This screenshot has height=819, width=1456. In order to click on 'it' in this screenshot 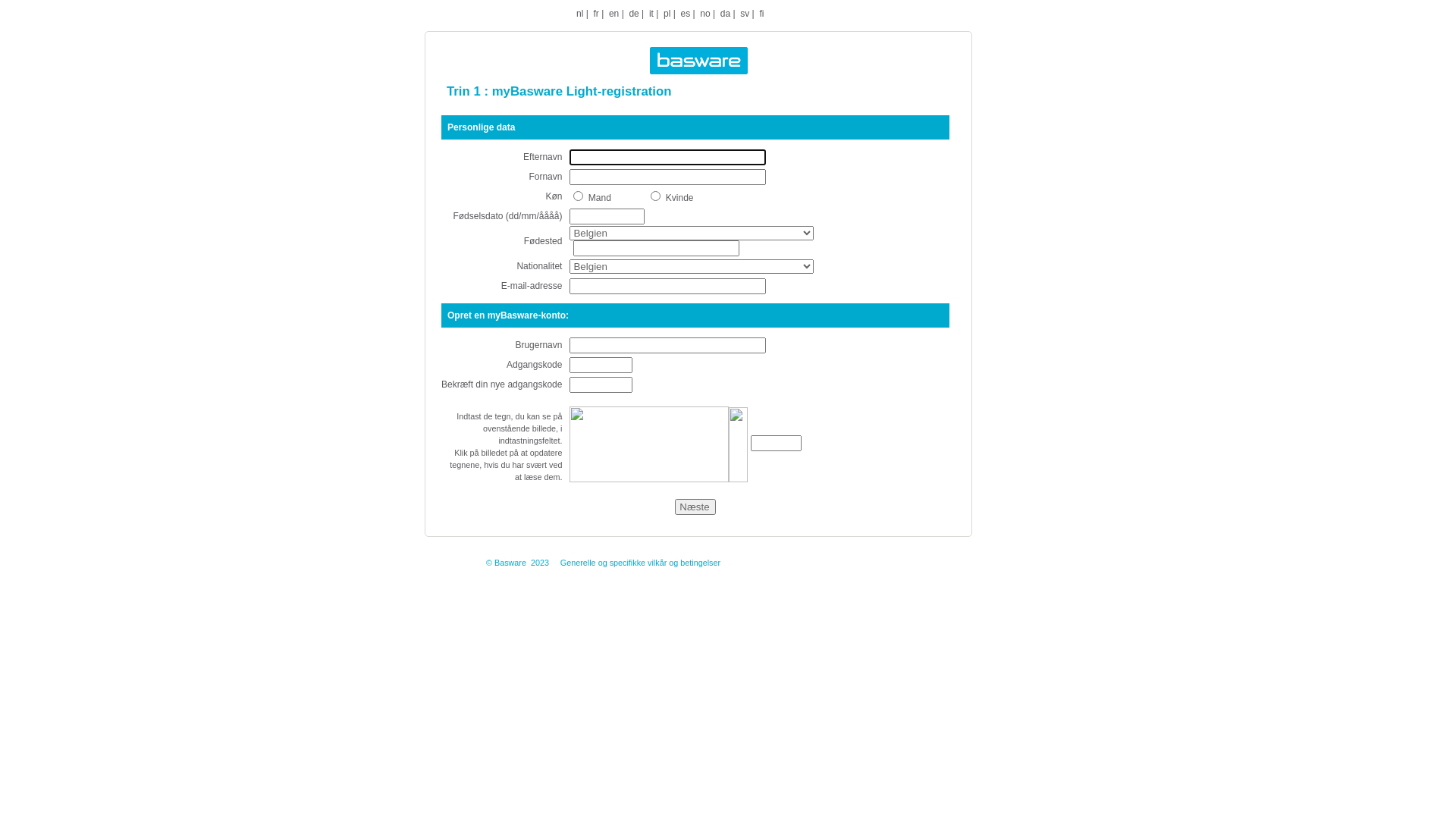, I will do `click(651, 14)`.